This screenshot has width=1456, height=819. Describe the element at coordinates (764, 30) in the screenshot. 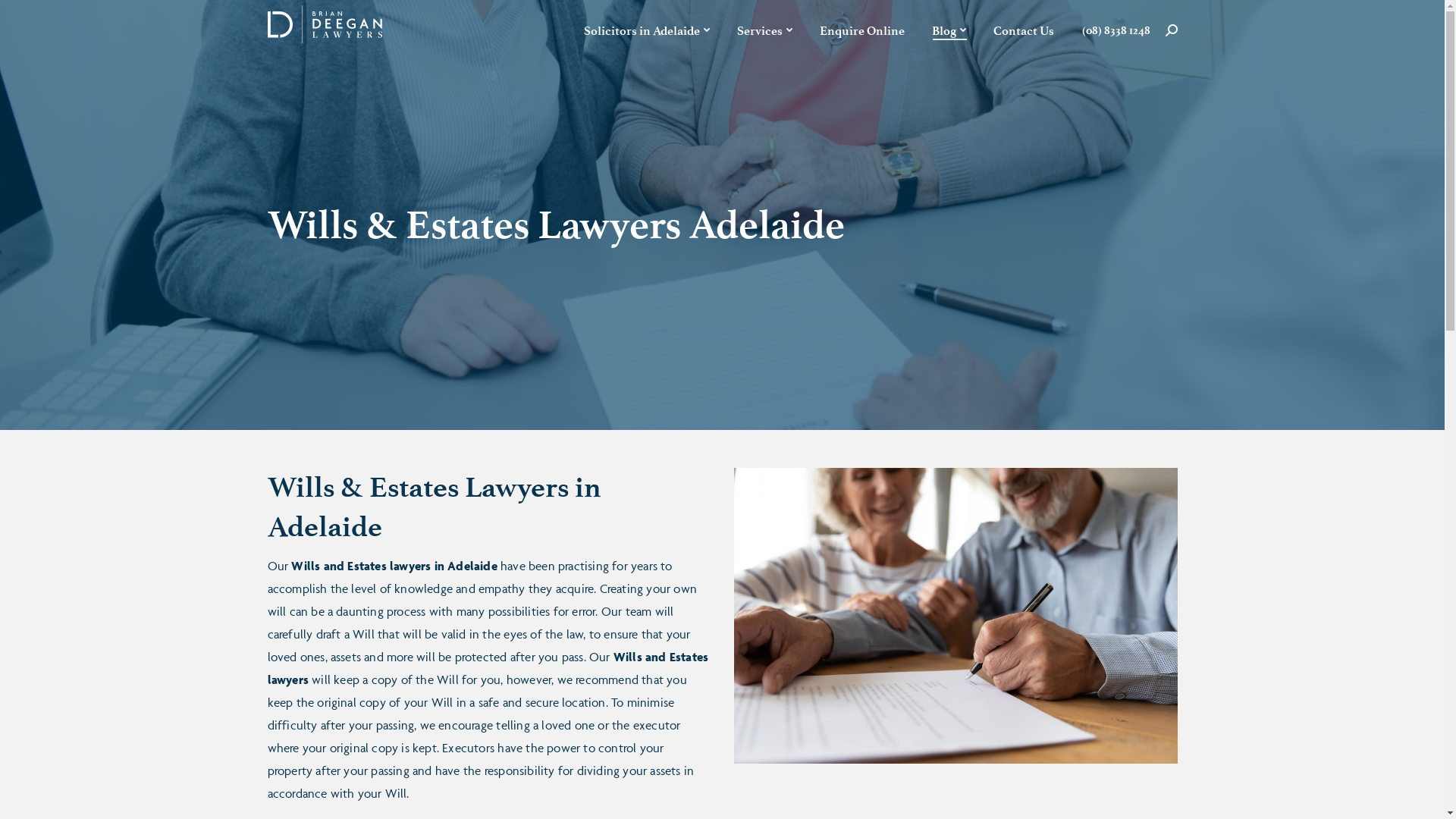

I see `'Services'` at that location.